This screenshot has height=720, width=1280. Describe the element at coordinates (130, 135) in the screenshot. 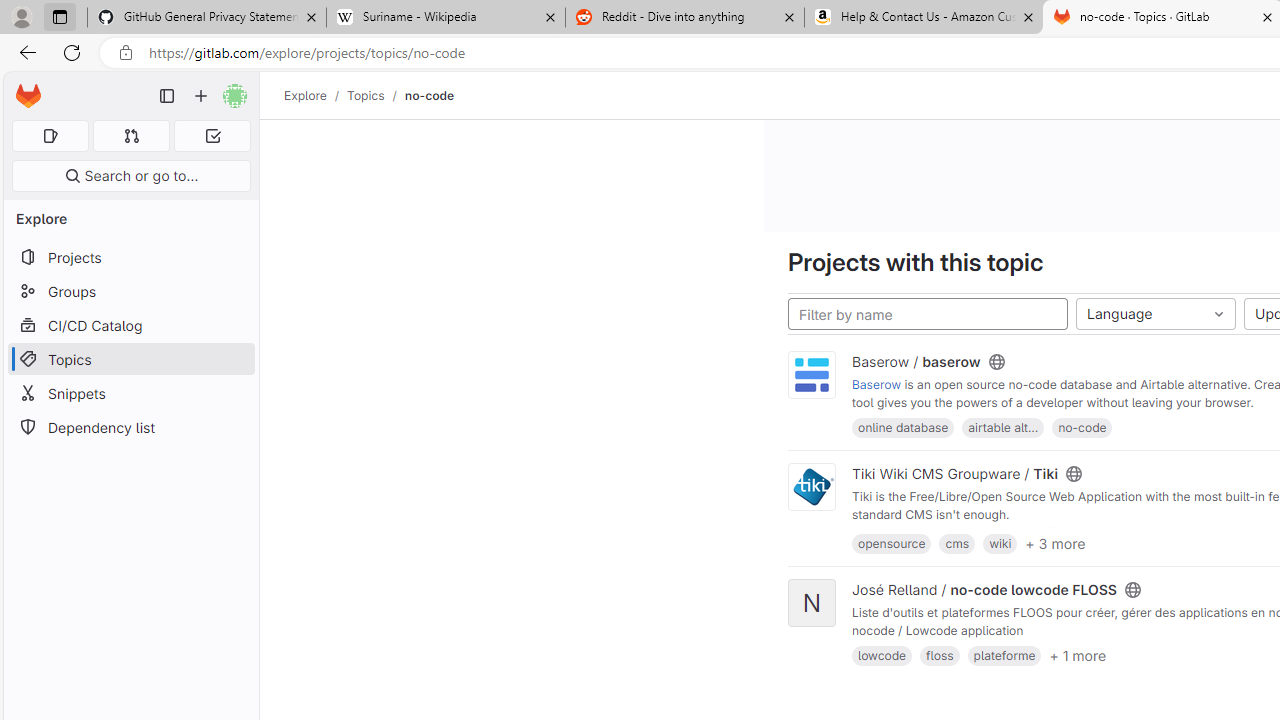

I see `'Merge requests 0'` at that location.